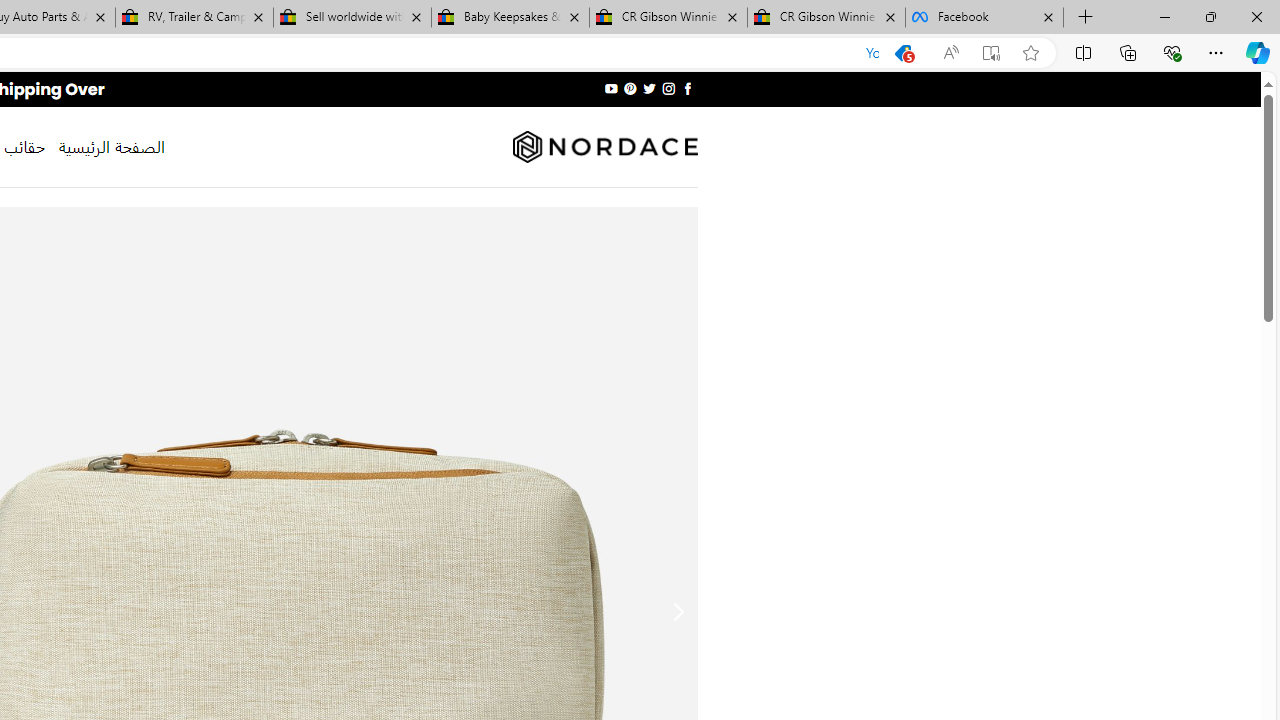  I want to click on 'Follow on YouTube', so click(610, 88).